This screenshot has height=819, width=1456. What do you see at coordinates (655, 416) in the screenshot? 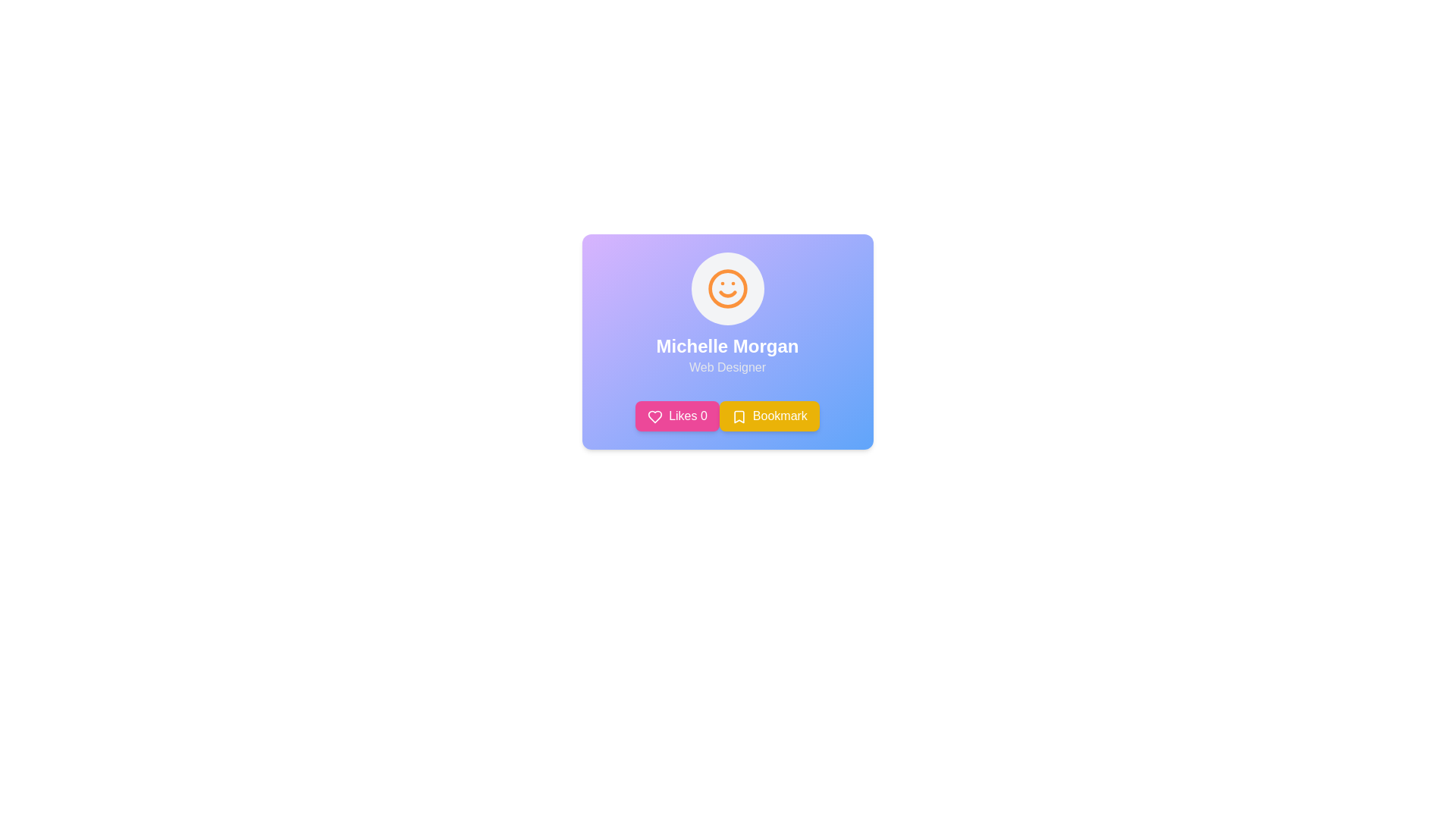
I see `the pink heart-shaped icon located within the 'Likes' counter widget` at bounding box center [655, 416].